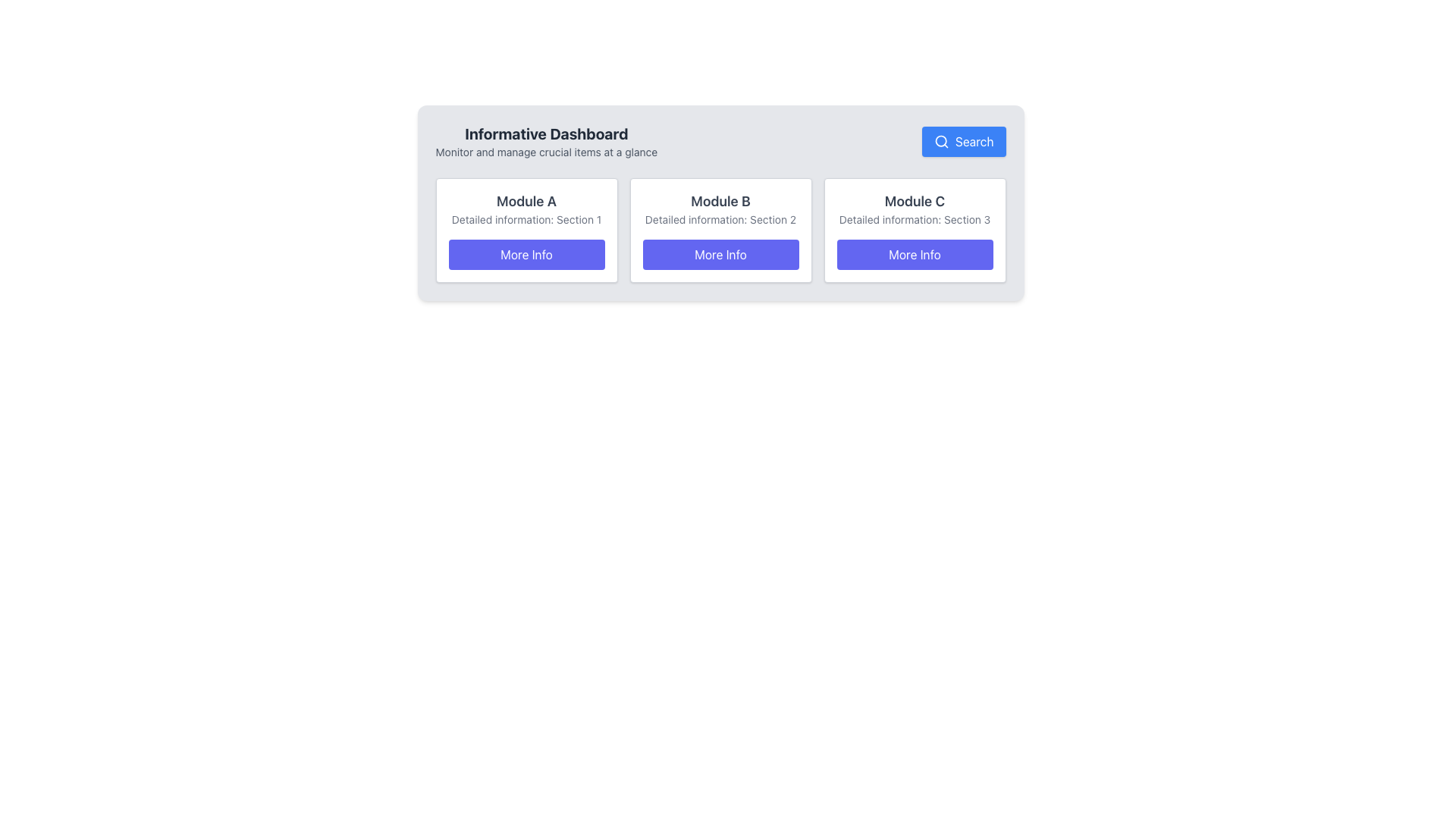 The height and width of the screenshot is (819, 1456). Describe the element at coordinates (914, 219) in the screenshot. I see `the static text label providing additional descriptive information about 'Module C', which is located below the title 'Module C' and above the 'More Info' button` at that location.